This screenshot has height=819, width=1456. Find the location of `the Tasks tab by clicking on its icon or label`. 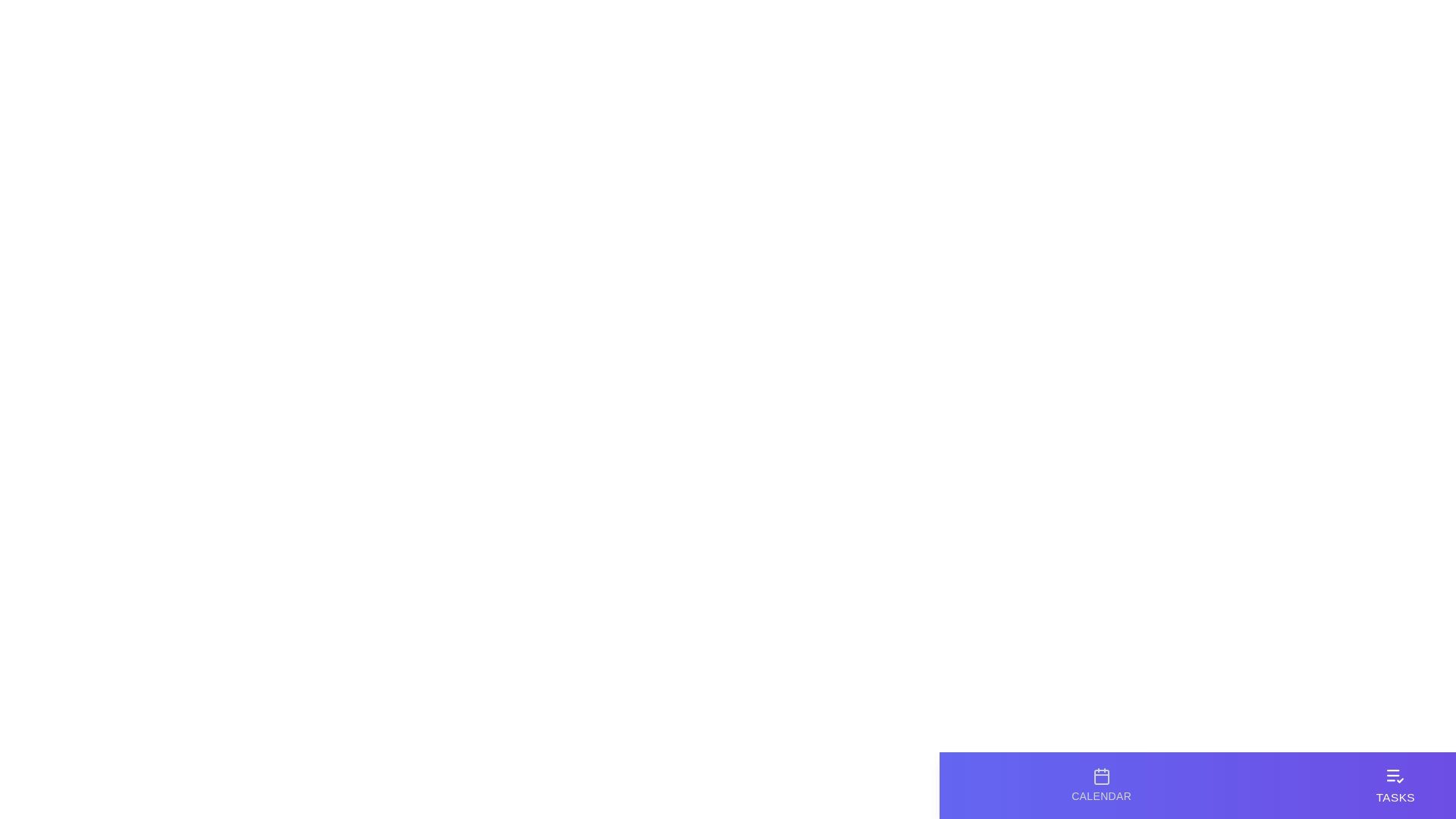

the Tasks tab by clicking on its icon or label is located at coordinates (1395, 785).